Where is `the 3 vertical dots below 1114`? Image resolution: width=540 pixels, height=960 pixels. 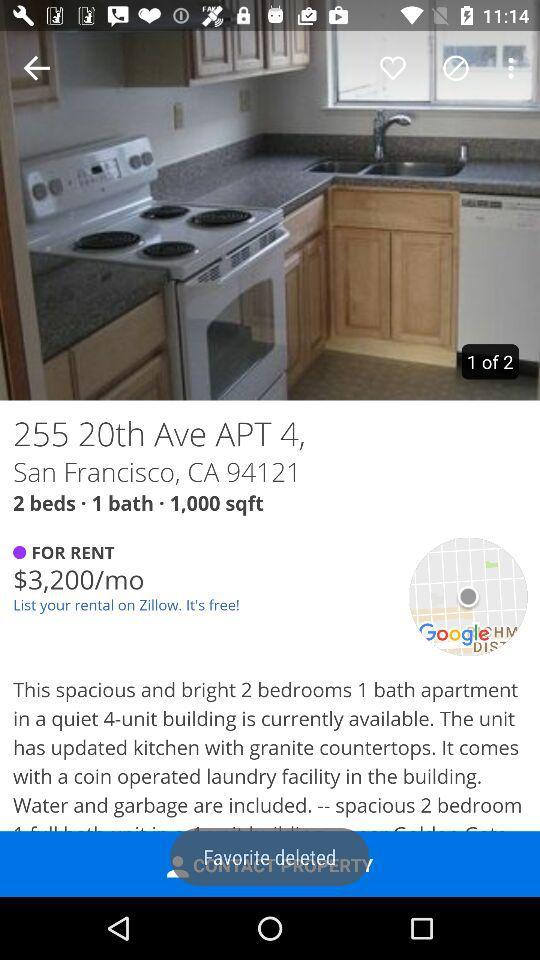
the 3 vertical dots below 1114 is located at coordinates (514, 68).